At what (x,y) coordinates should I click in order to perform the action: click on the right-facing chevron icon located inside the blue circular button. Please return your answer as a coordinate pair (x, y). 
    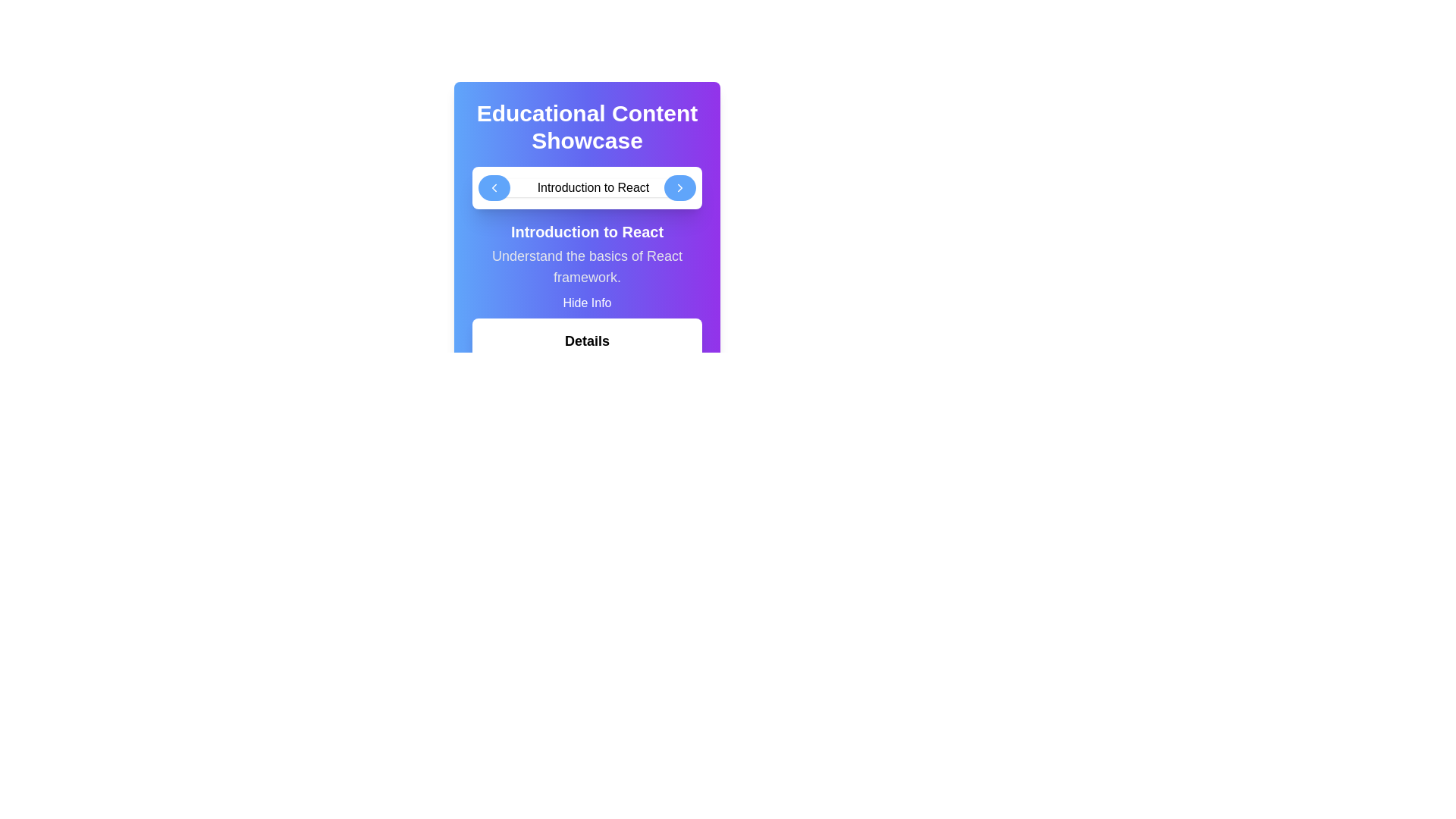
    Looking at the image, I should click on (679, 187).